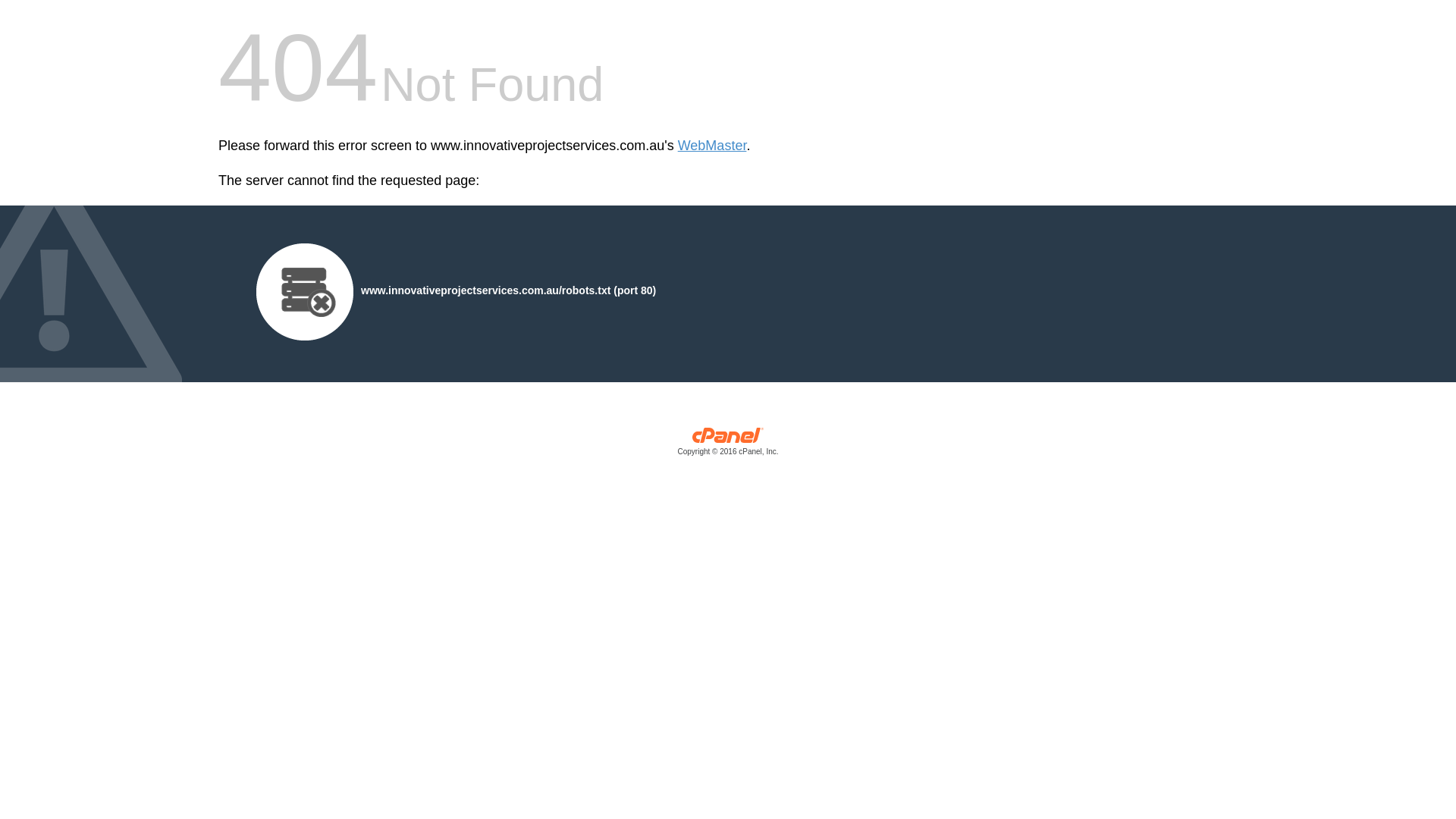 This screenshot has height=819, width=1456. What do you see at coordinates (711, 146) in the screenshot?
I see `'WebMaster'` at bounding box center [711, 146].